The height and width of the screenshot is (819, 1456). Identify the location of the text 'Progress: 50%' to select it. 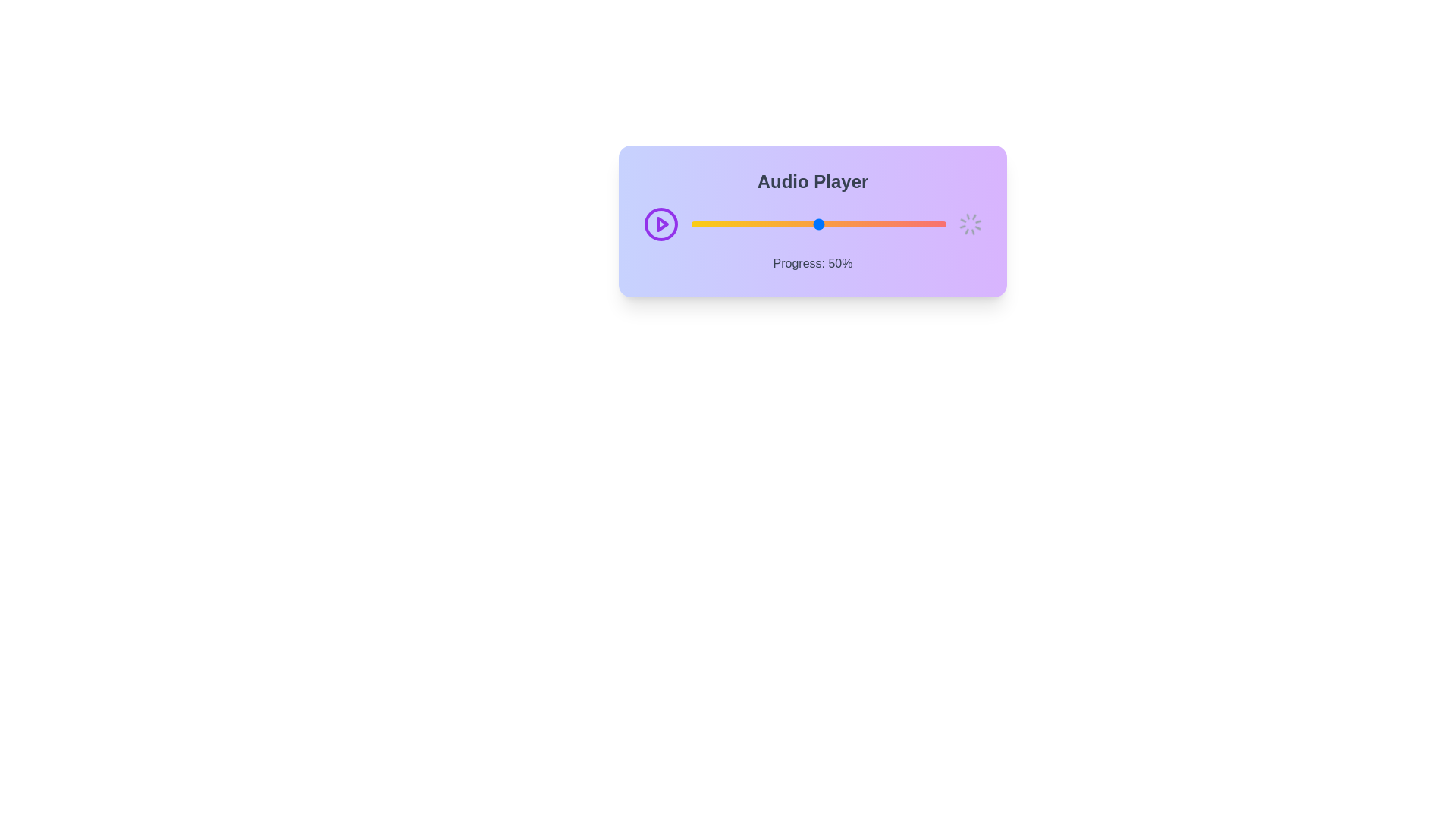
(811, 262).